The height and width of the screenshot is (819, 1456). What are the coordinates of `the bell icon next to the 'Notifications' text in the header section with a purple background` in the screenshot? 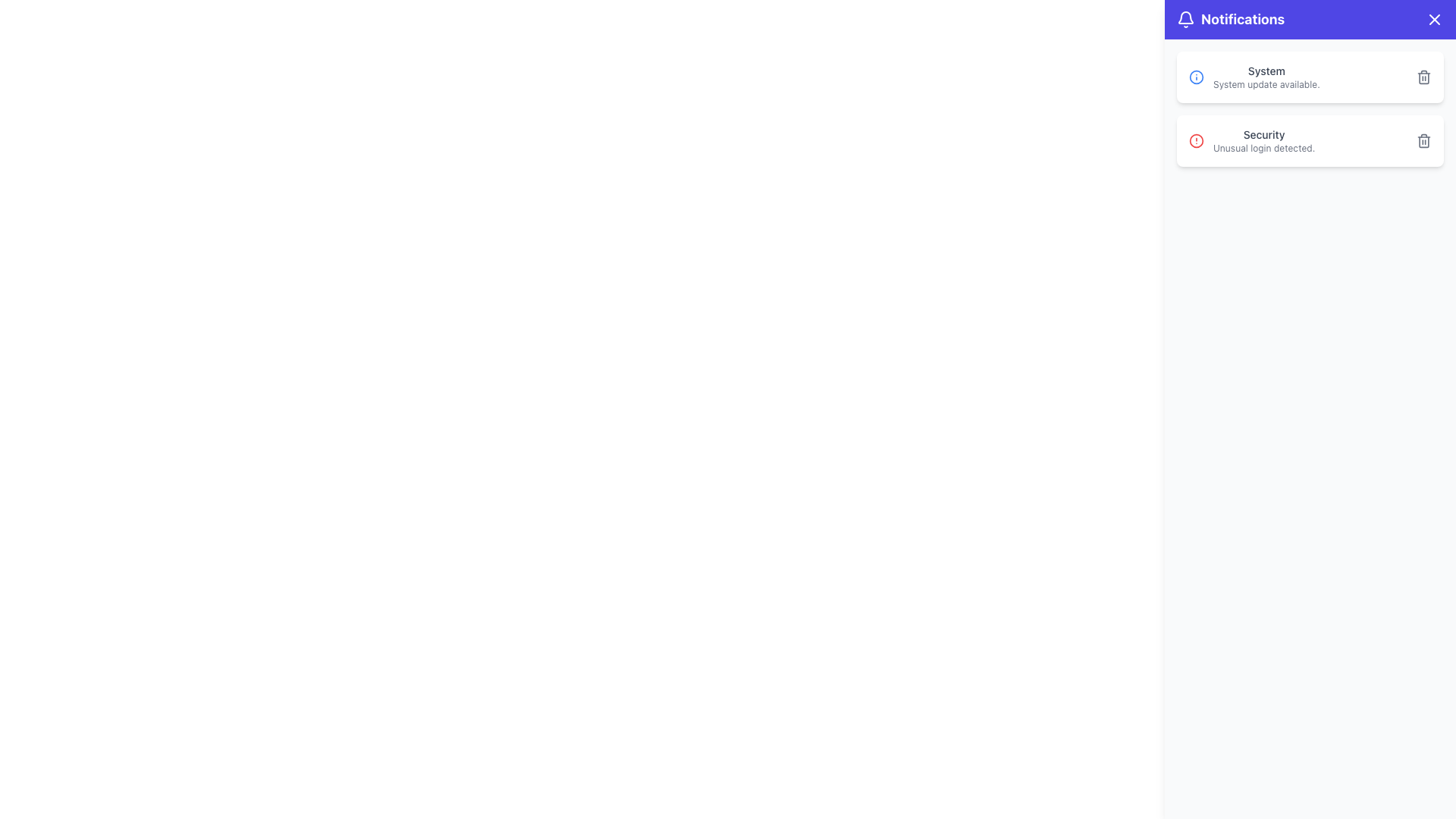 It's located at (1185, 20).